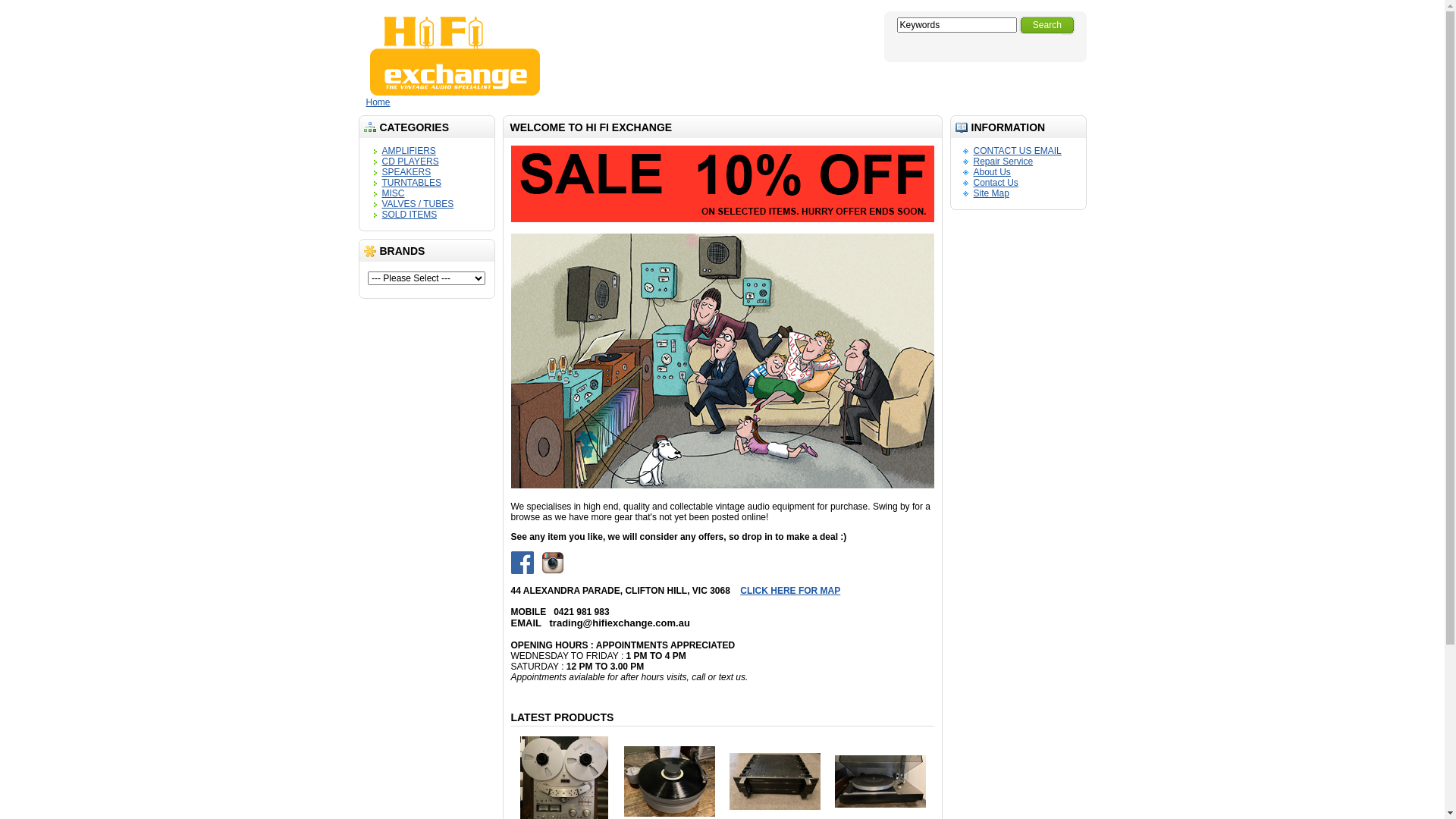 The height and width of the screenshot is (819, 1456). What do you see at coordinates (418, 203) in the screenshot?
I see `'VALVES / TUBES'` at bounding box center [418, 203].